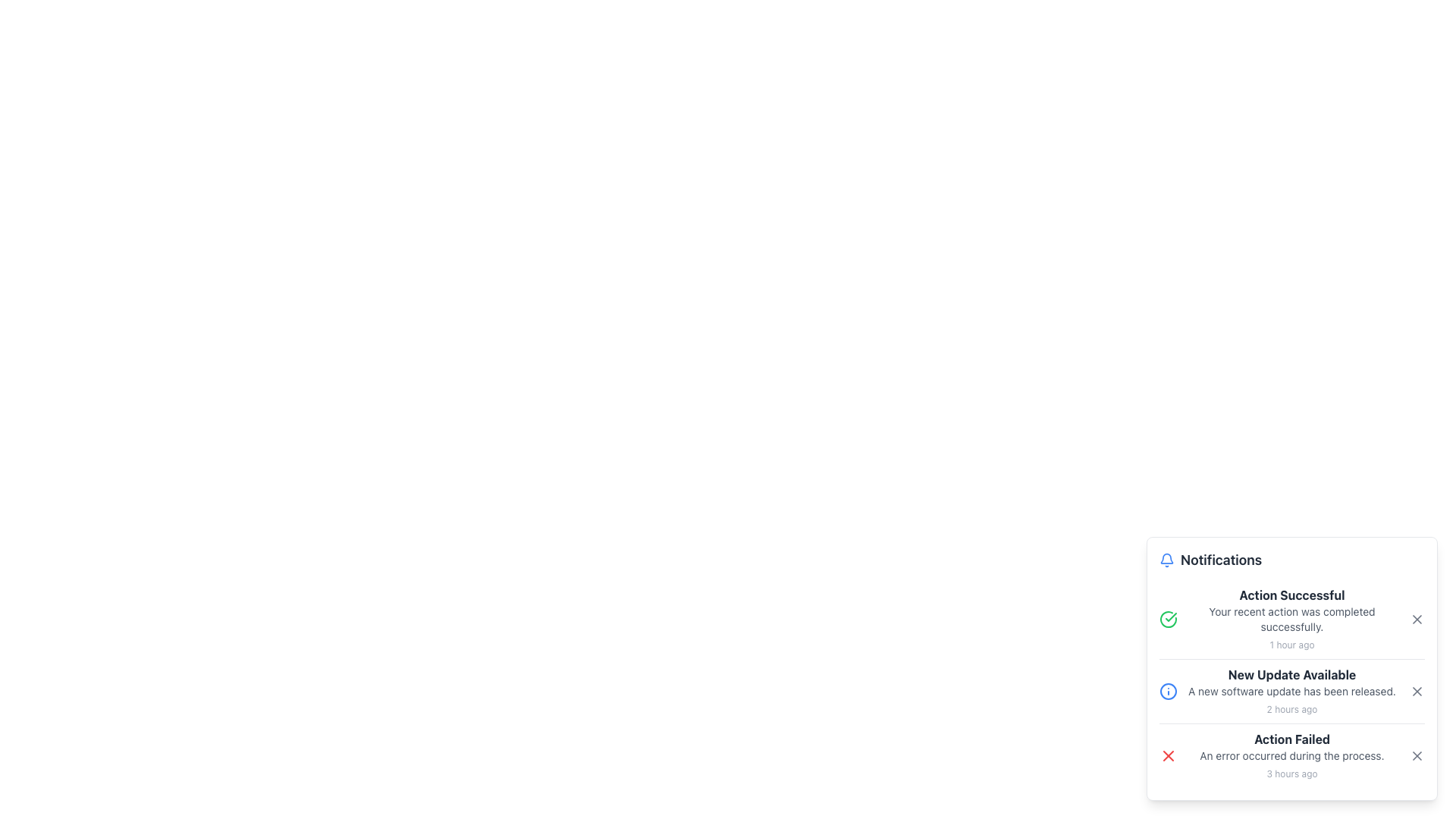  I want to click on the dismiss button located in the third notification row of the 'Notifications' panel, which is positioned to the far right next to the text '3 hours ago', so click(1416, 755).